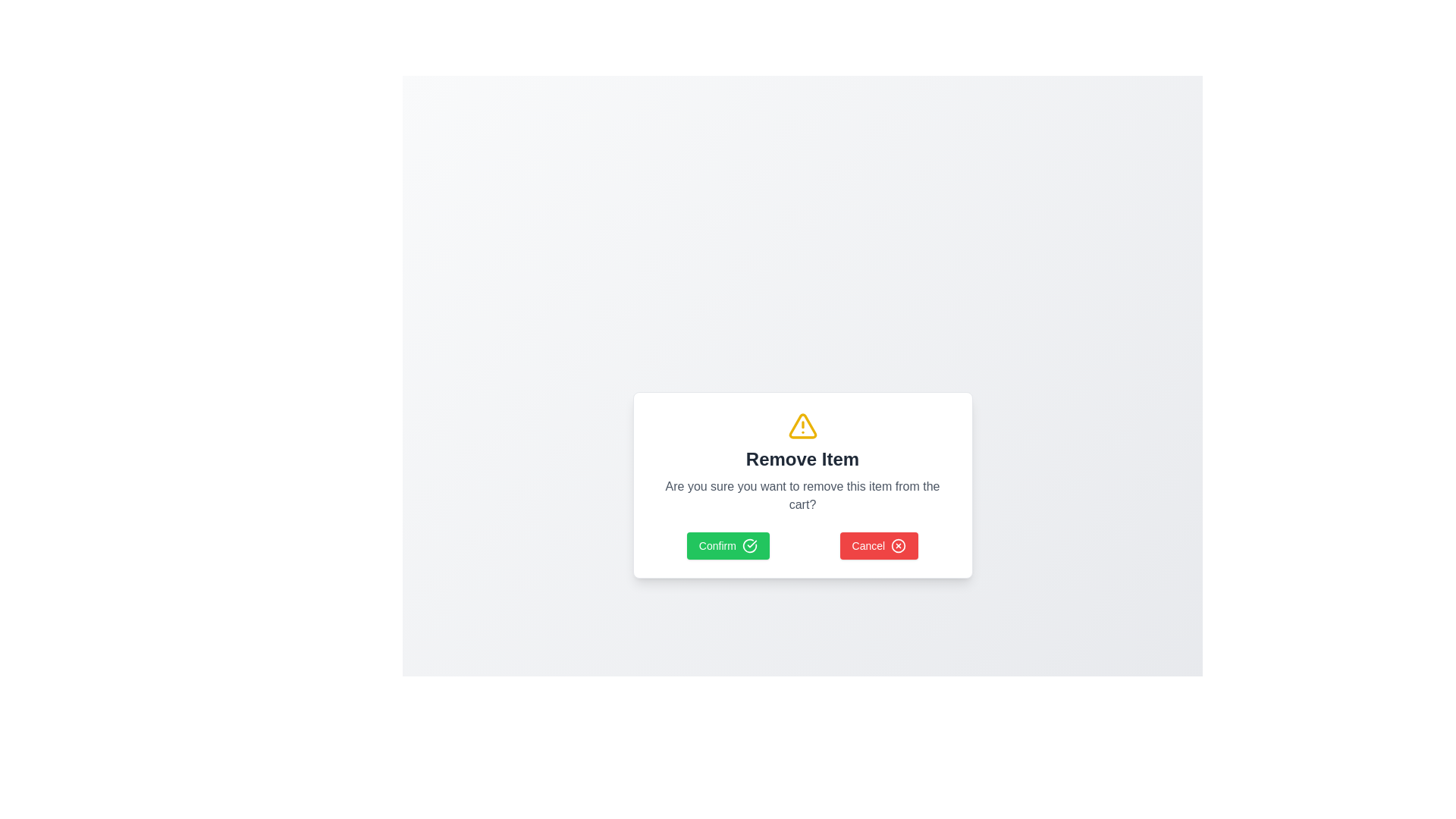 This screenshot has width=1456, height=819. I want to click on displayed message on the confirmation modal dialog that ensures the user wants to proceed with removing an item from the cart, so click(802, 485).